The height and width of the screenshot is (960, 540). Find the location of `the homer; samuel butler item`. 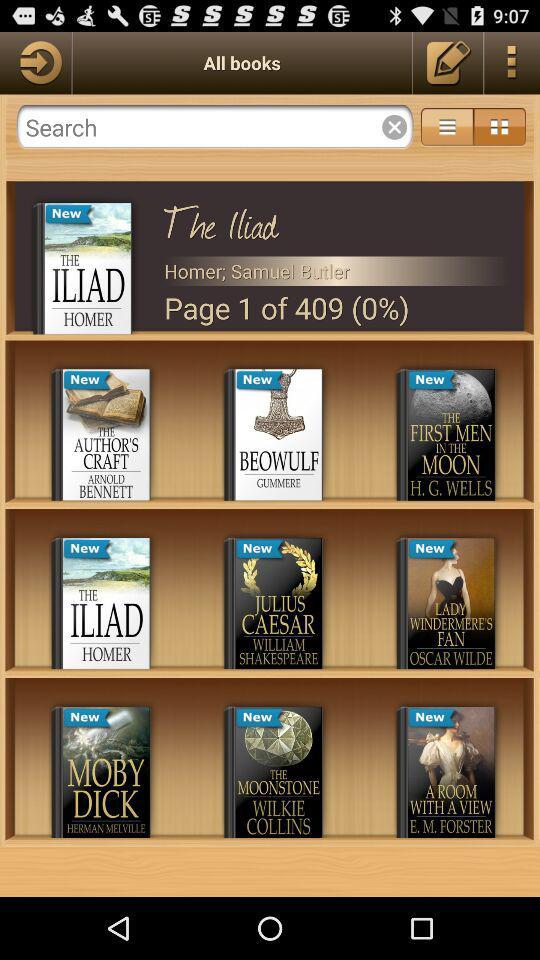

the homer; samuel butler item is located at coordinates (336, 270).